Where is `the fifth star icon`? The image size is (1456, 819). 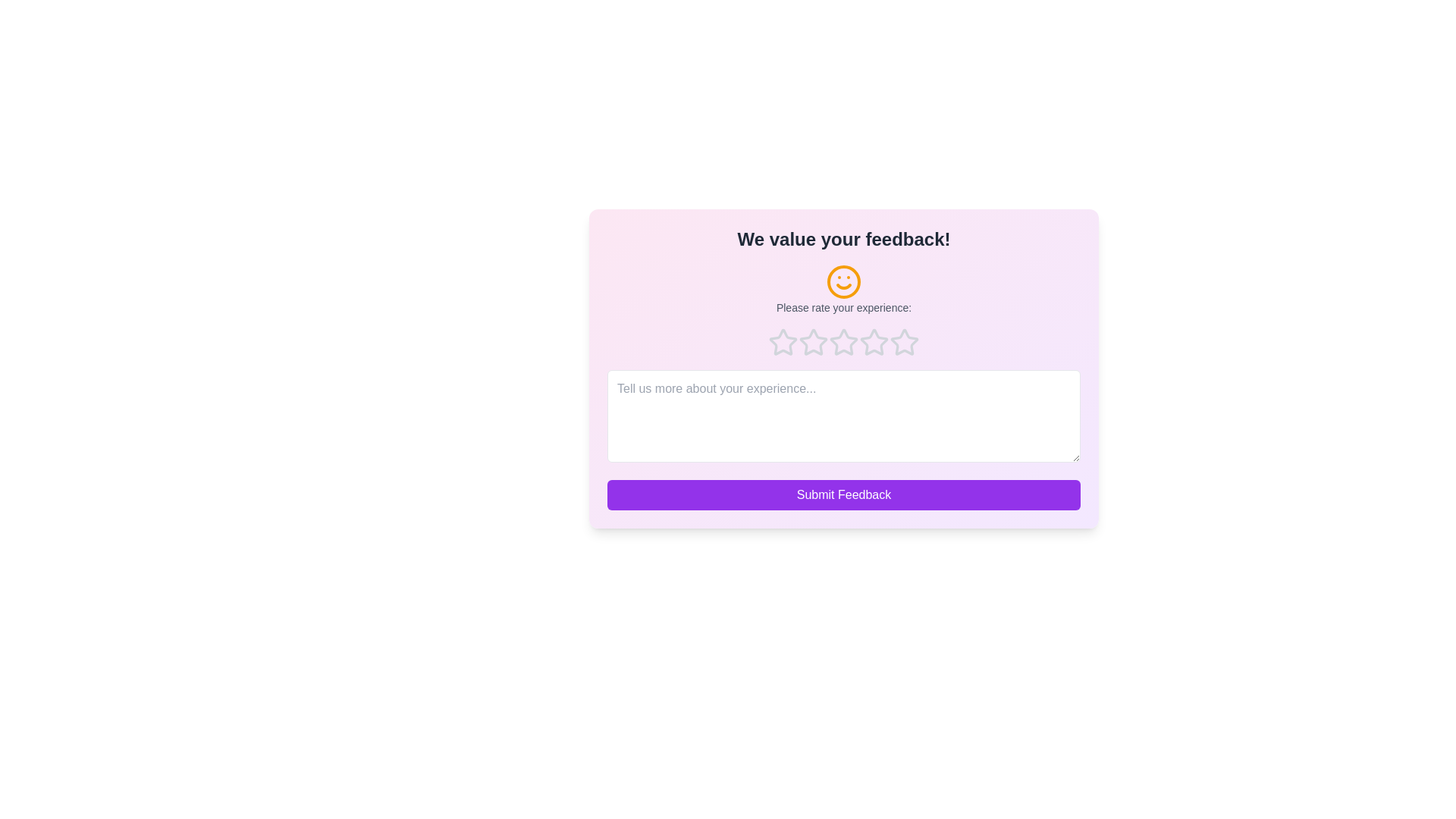 the fifth star icon is located at coordinates (905, 342).